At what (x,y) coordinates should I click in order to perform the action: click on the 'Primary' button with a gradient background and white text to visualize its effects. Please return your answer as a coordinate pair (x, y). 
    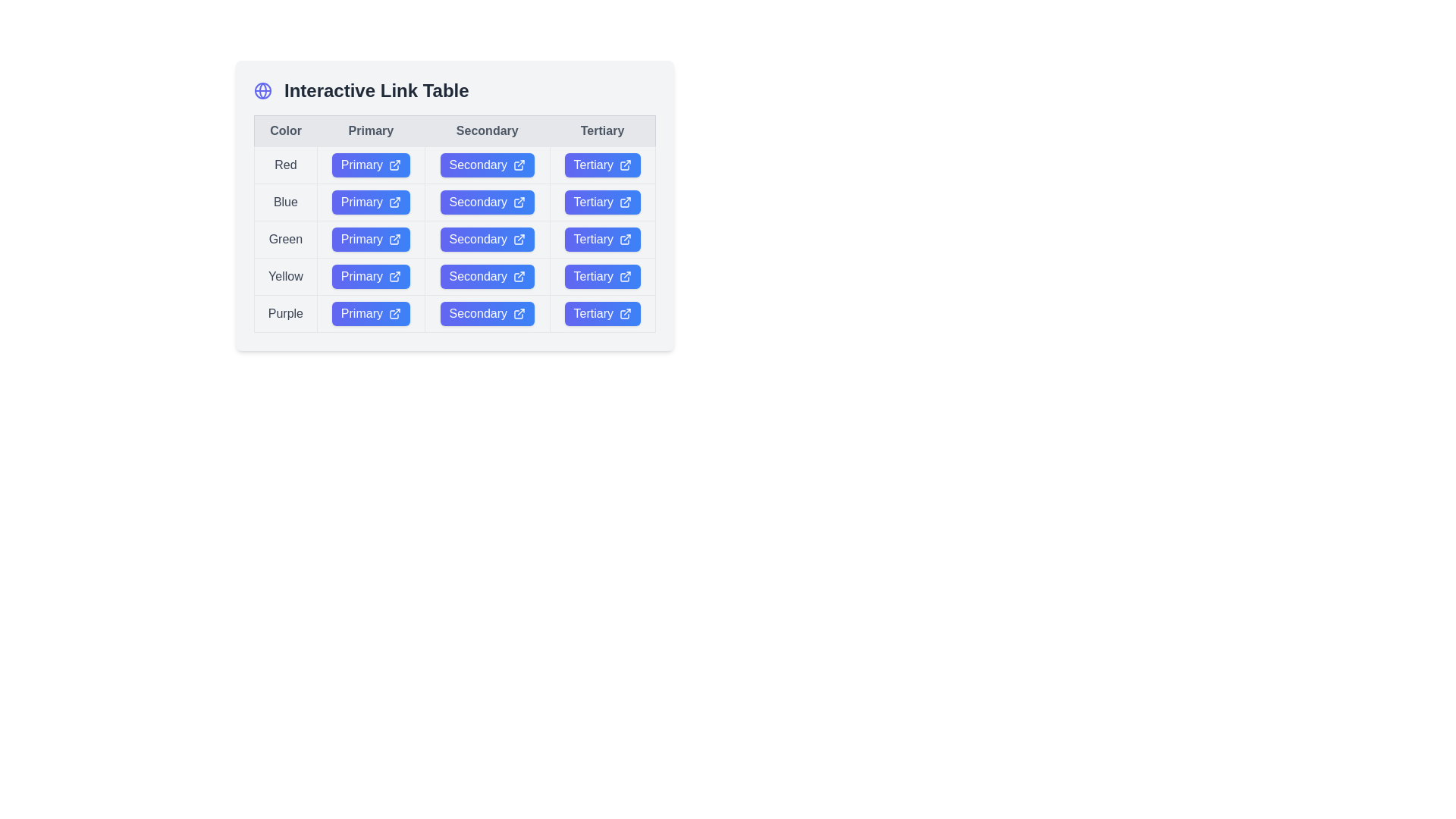
    Looking at the image, I should click on (371, 277).